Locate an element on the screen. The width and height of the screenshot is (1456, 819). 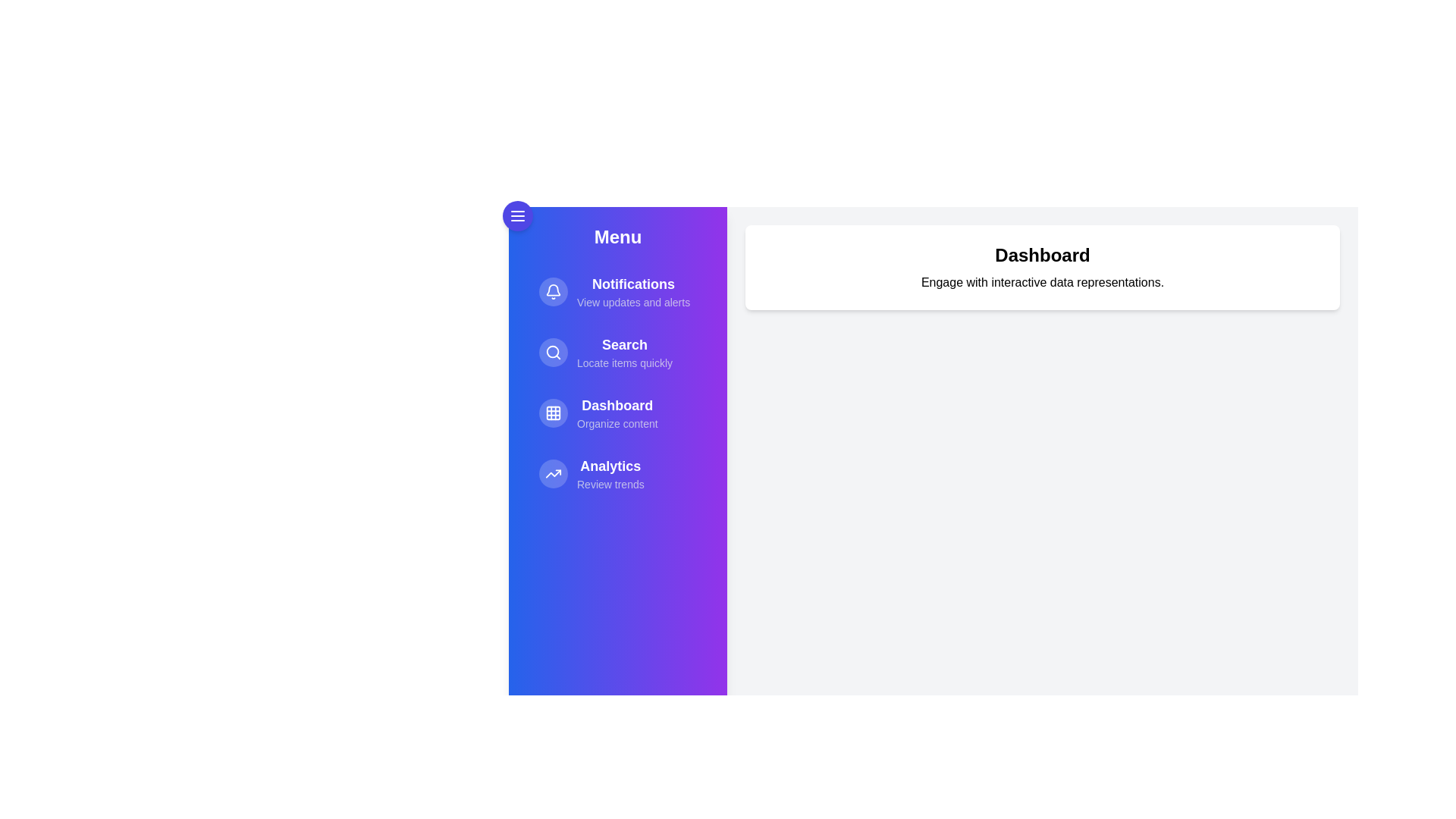
the menu item Notifications to navigate or perform its action is located at coordinates (618, 292).